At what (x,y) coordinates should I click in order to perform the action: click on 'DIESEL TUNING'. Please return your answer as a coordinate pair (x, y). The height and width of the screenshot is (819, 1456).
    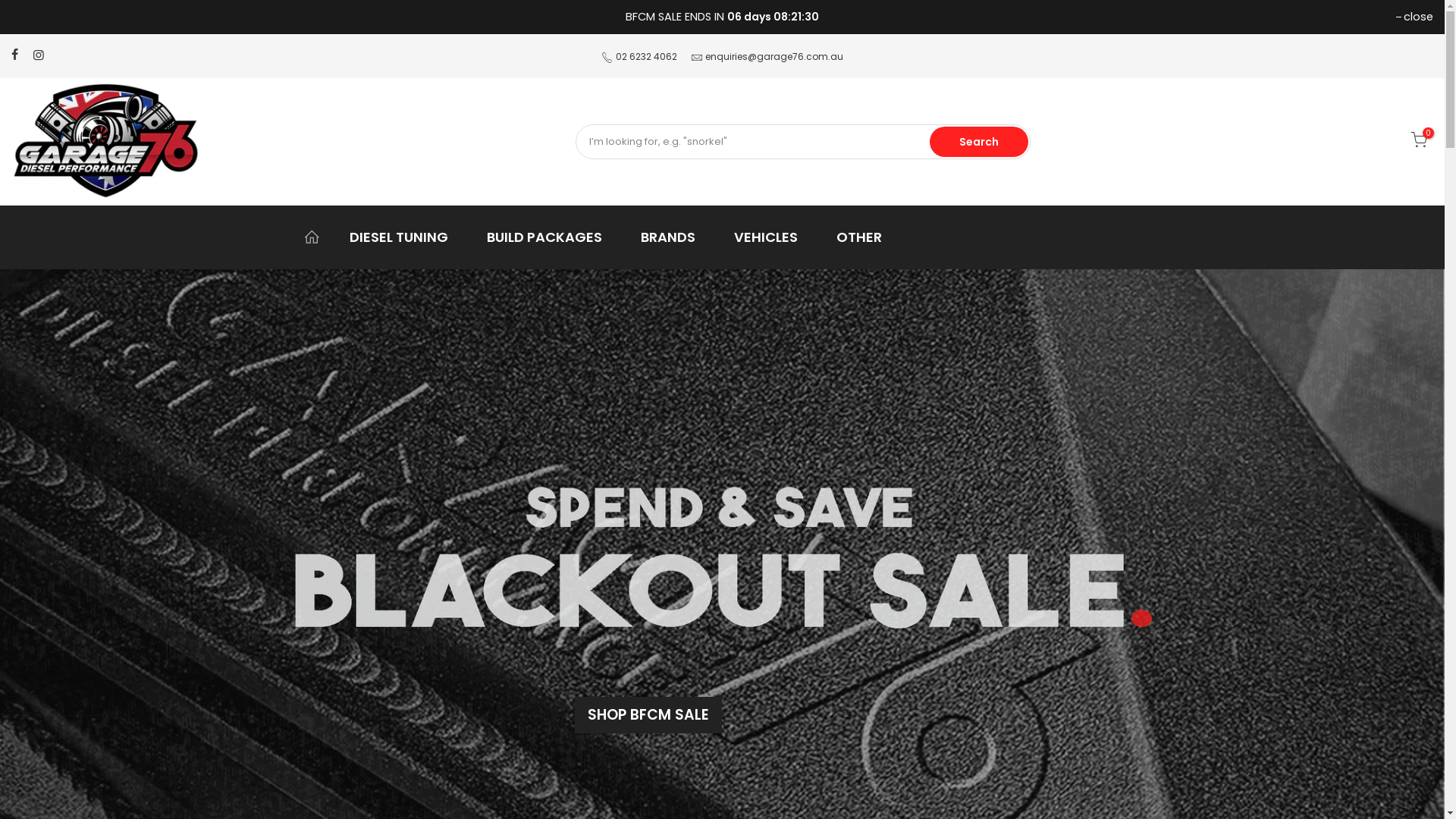
    Looking at the image, I should click on (405, 237).